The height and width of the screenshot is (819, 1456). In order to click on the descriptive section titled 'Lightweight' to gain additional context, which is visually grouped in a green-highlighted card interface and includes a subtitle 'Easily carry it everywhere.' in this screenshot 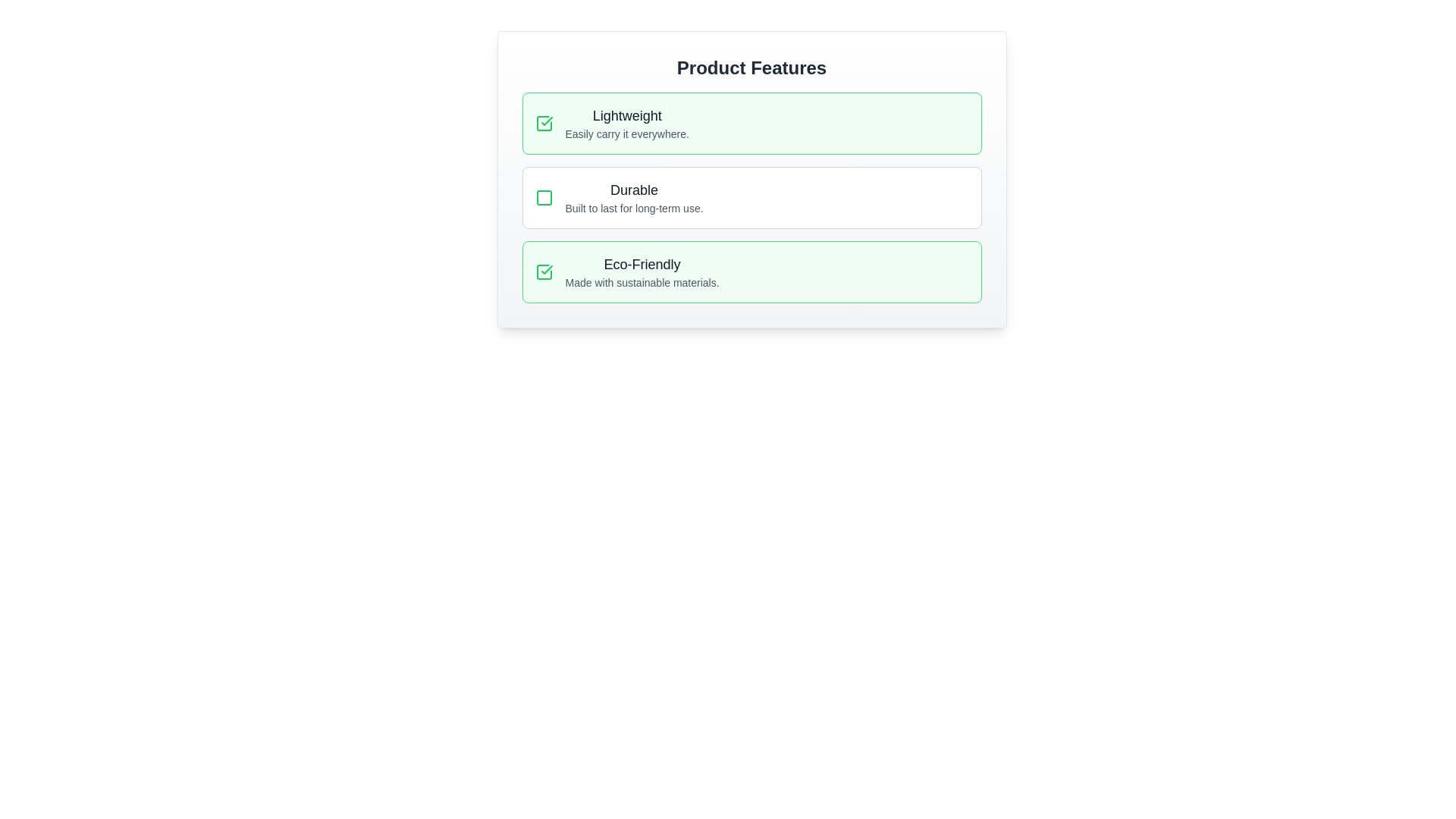, I will do `click(627, 122)`.